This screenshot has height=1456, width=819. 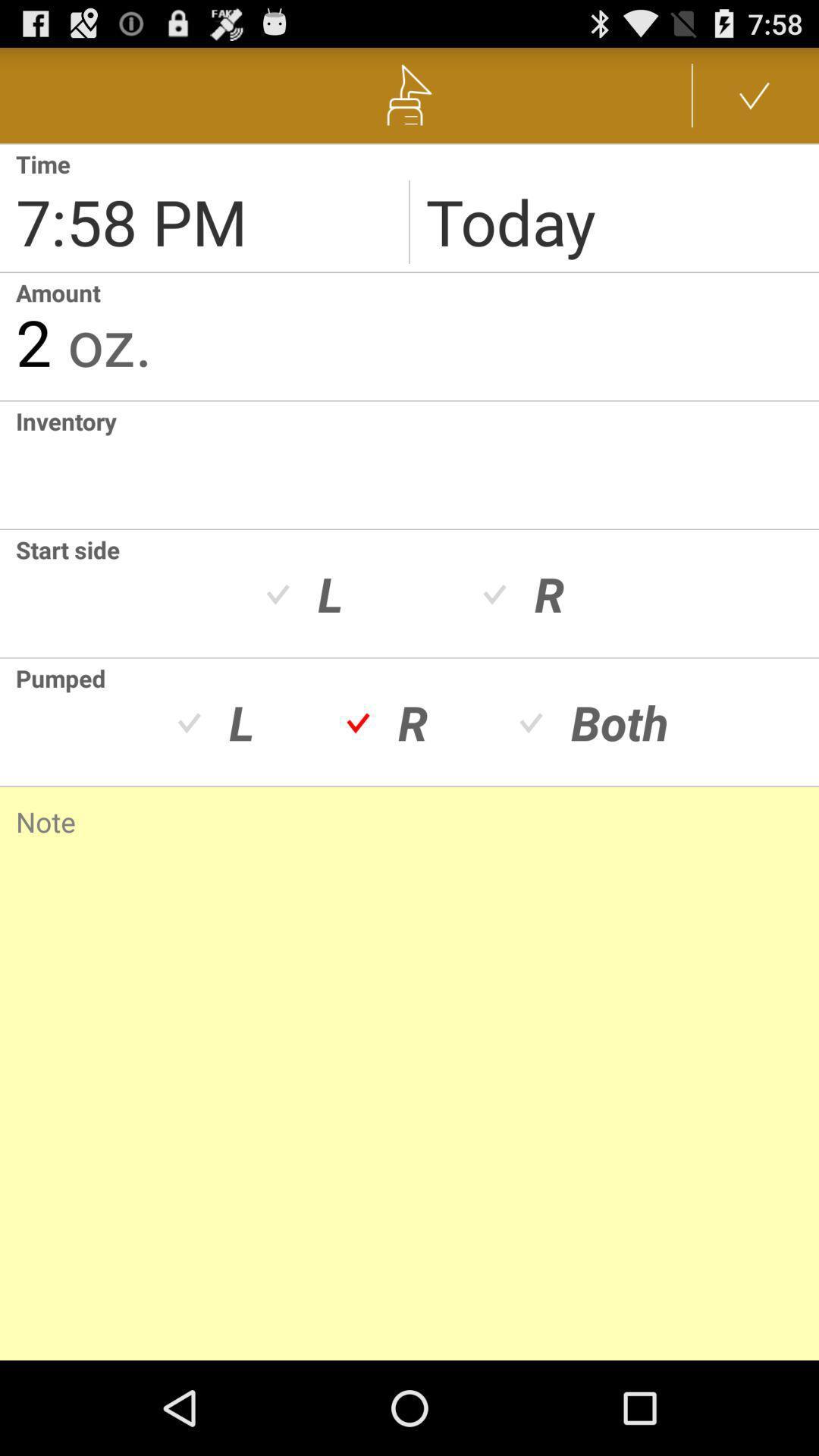 What do you see at coordinates (8, 464) in the screenshot?
I see `quantity` at bounding box center [8, 464].